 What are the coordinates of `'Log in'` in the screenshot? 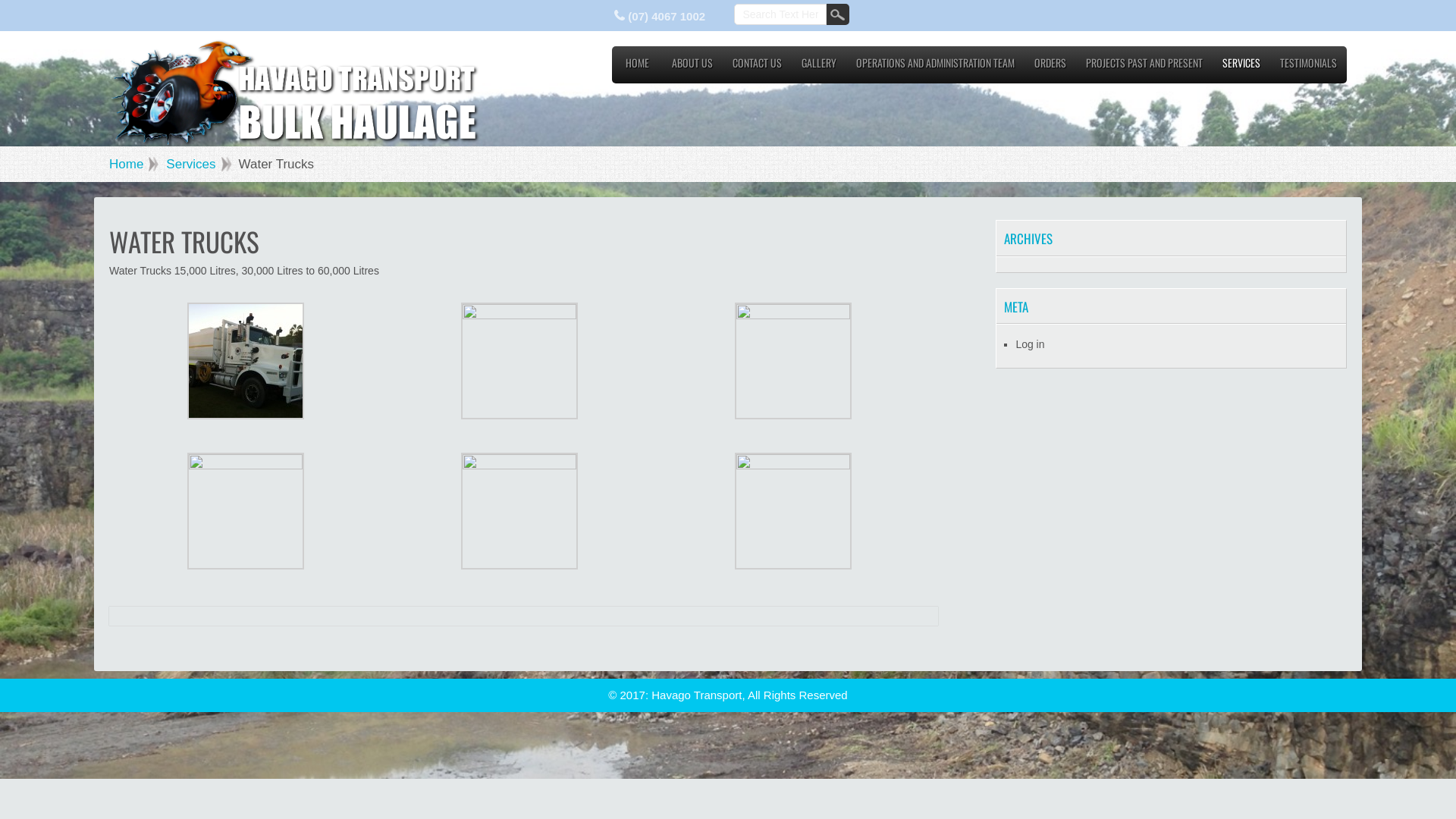 It's located at (1030, 344).